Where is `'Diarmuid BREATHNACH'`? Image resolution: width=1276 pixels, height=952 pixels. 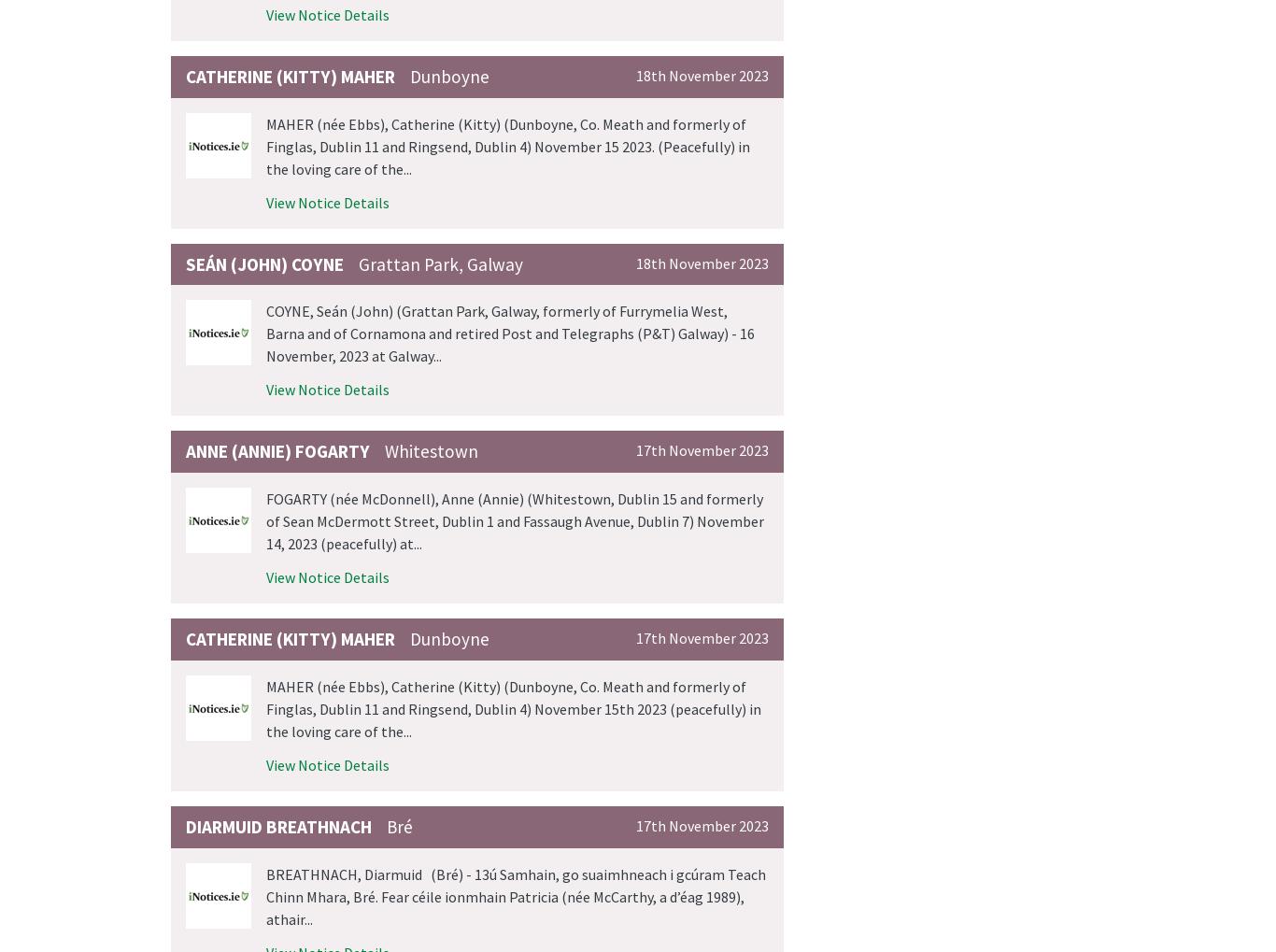
'Diarmuid BREATHNACH' is located at coordinates (185, 827).